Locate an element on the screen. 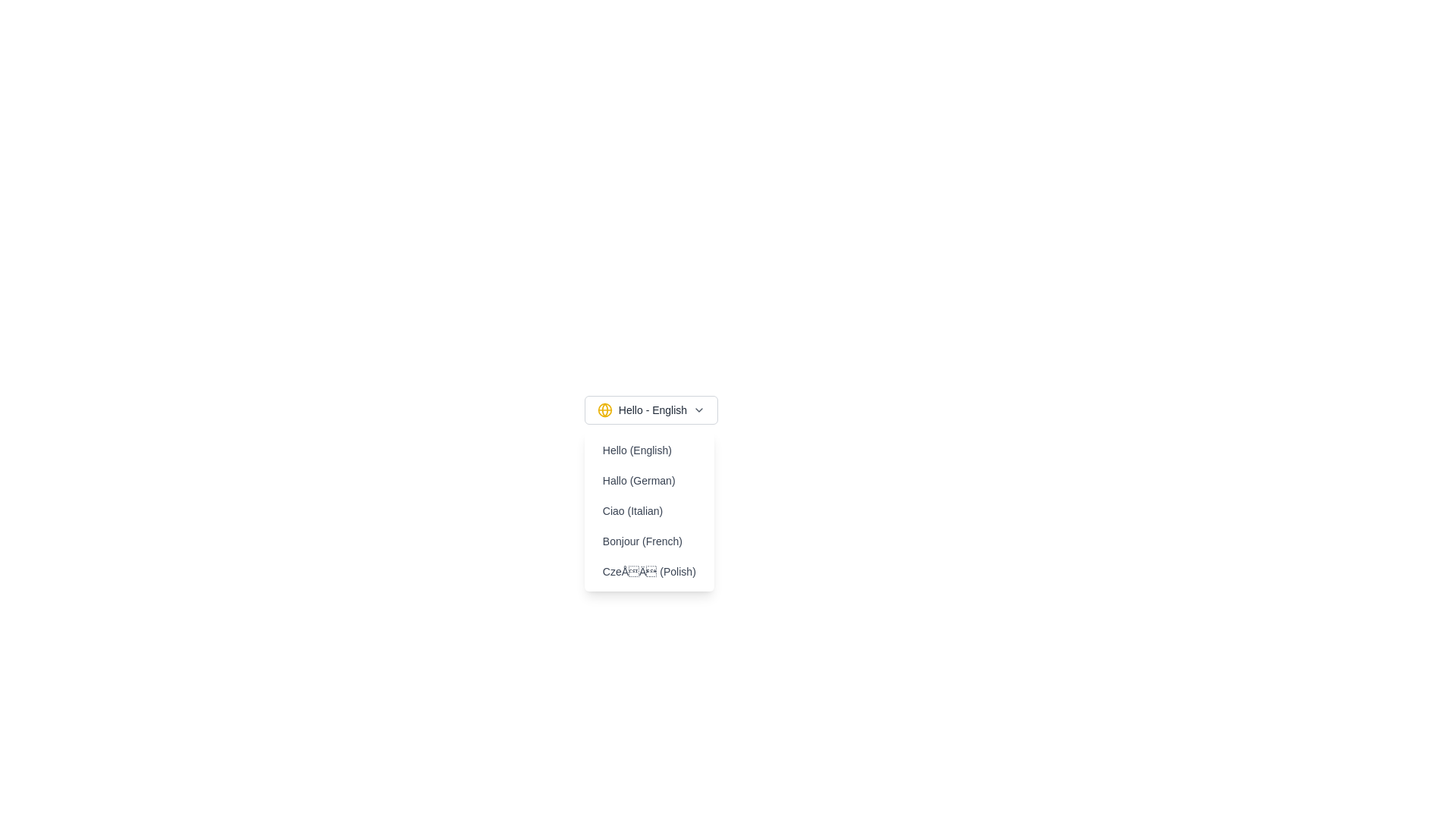  the dropdown menu option labeled 'Bonjour (French)' which is the fourth option in the dropdown under 'Hello - English' is located at coordinates (648, 540).